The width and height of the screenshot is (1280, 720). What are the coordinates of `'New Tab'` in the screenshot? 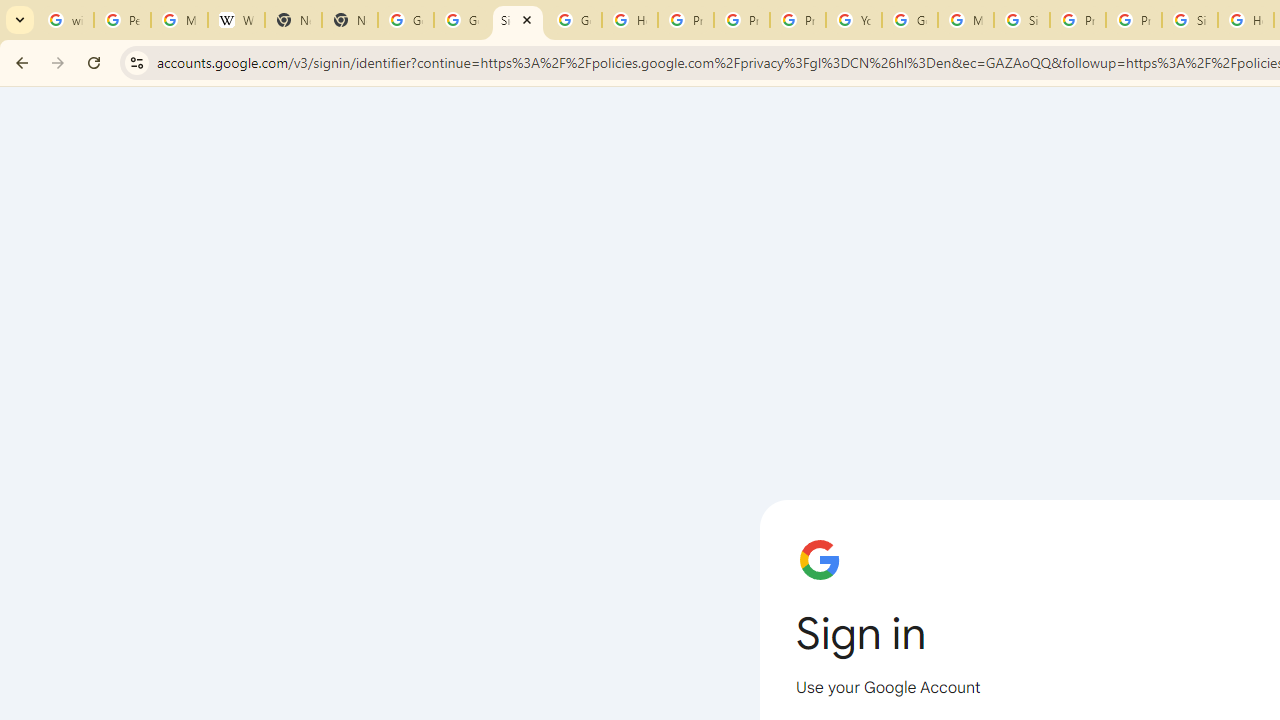 It's located at (350, 20).